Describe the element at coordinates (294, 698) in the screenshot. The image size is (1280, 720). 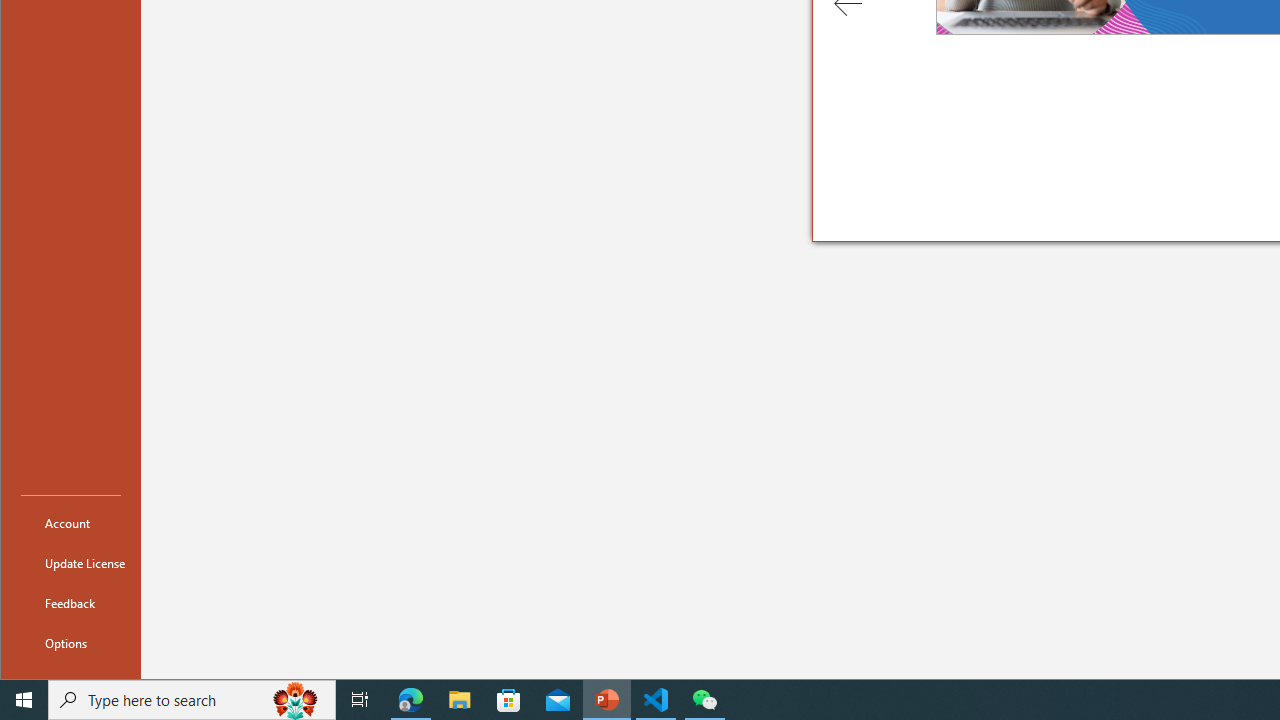
I see `'Search highlights icon opens search home window'` at that location.